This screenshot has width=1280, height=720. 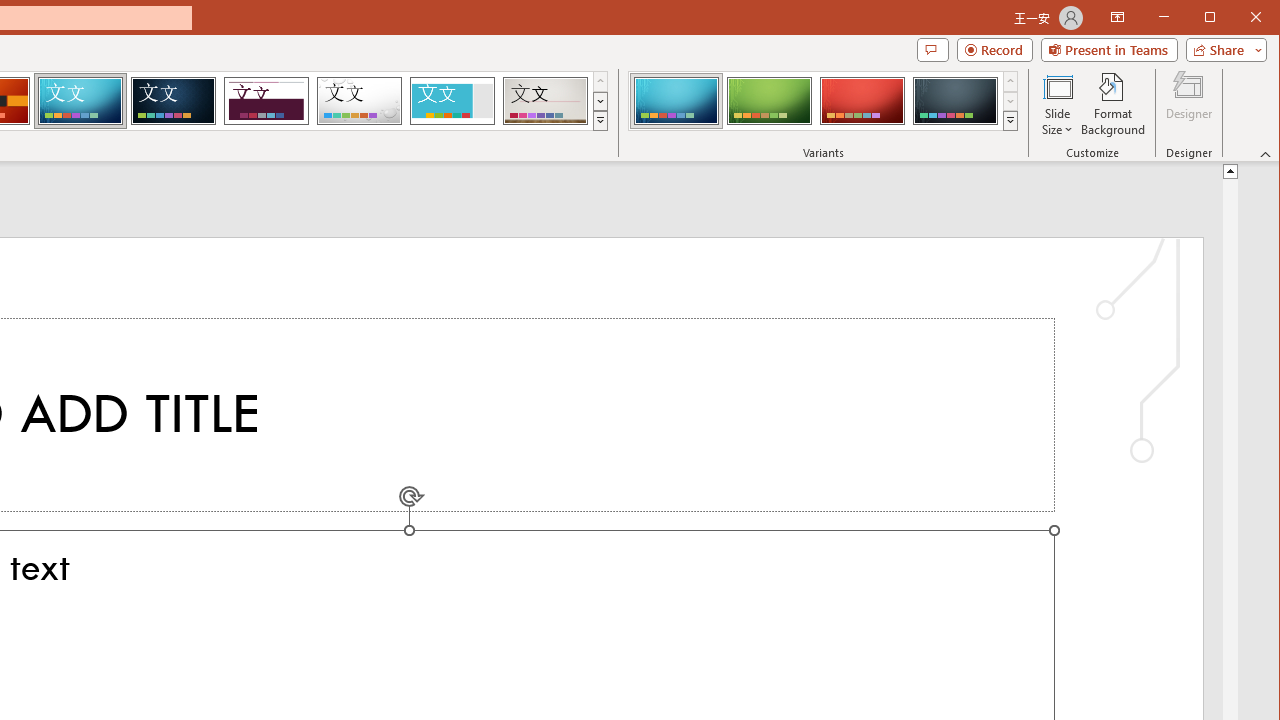 I want to click on 'Frame', so click(x=451, y=100).